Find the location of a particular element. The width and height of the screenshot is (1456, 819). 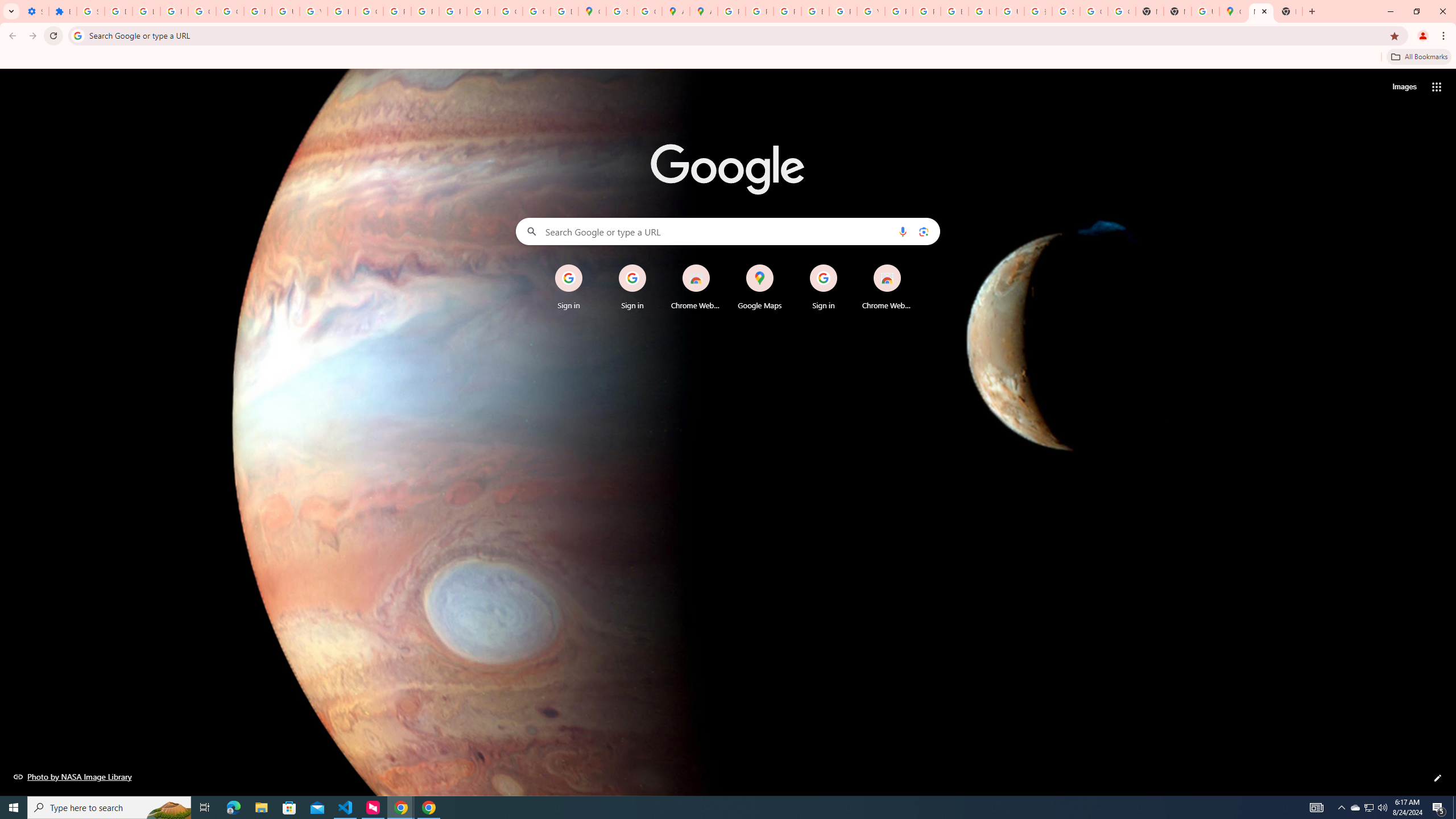

'Delete photos & videos - Computer - Google Photos Help' is located at coordinates (118, 11).